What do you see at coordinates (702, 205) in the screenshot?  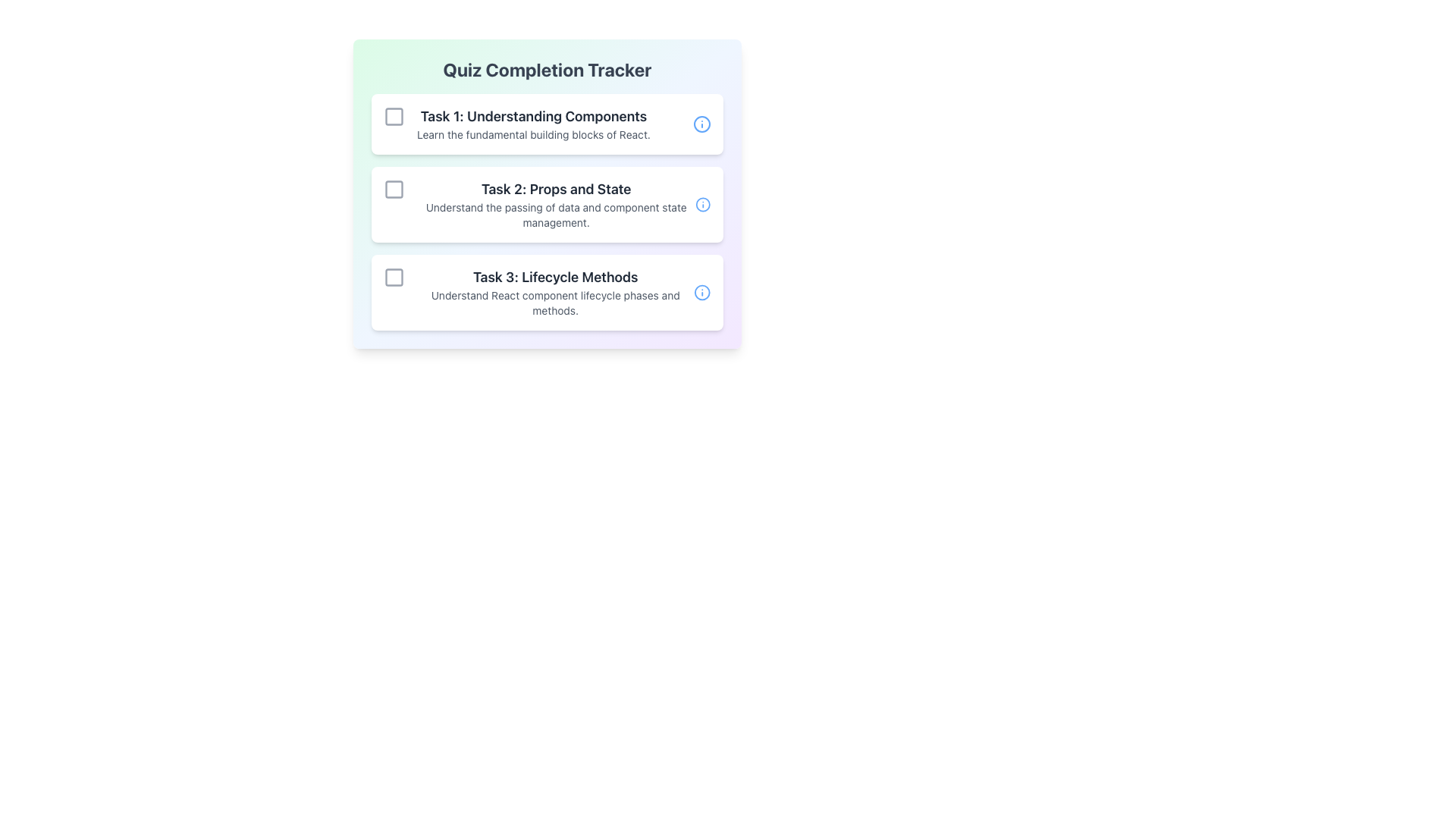 I see `the decorative circular SVG element within the icon for 'Task 2: Props and State'` at bounding box center [702, 205].